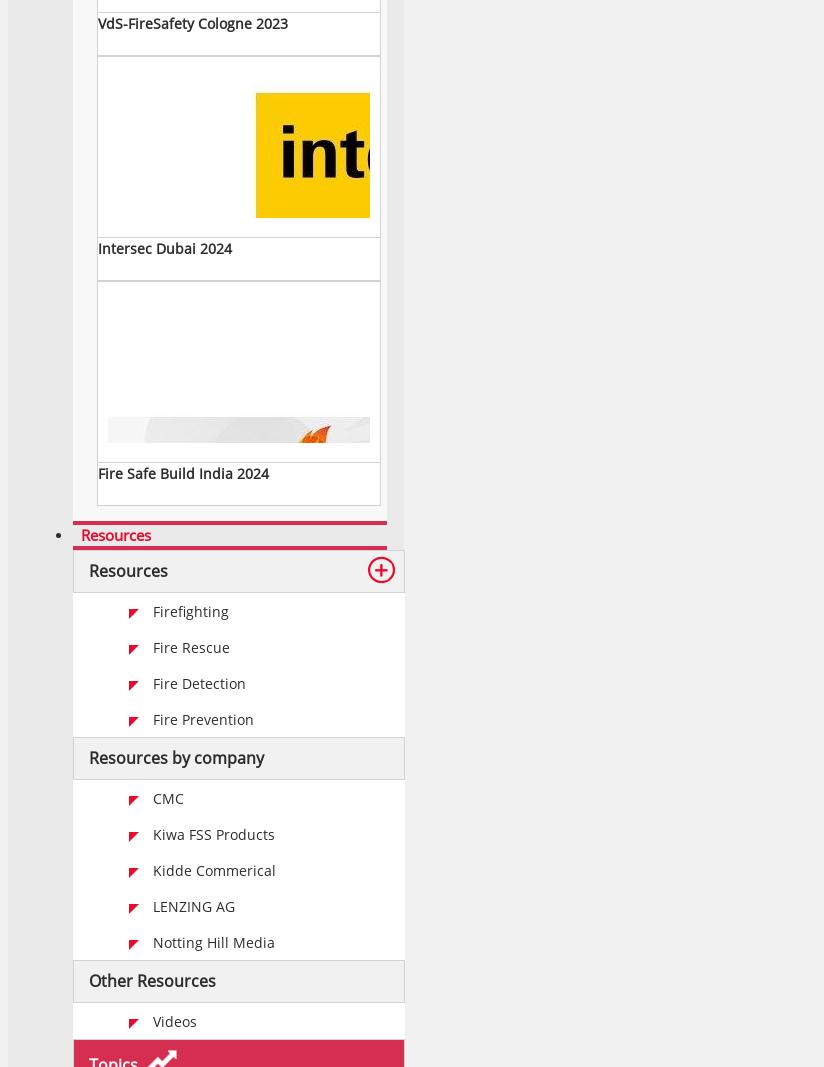 Image resolution: width=824 pixels, height=1067 pixels. I want to click on 'Fire Prevention', so click(203, 718).